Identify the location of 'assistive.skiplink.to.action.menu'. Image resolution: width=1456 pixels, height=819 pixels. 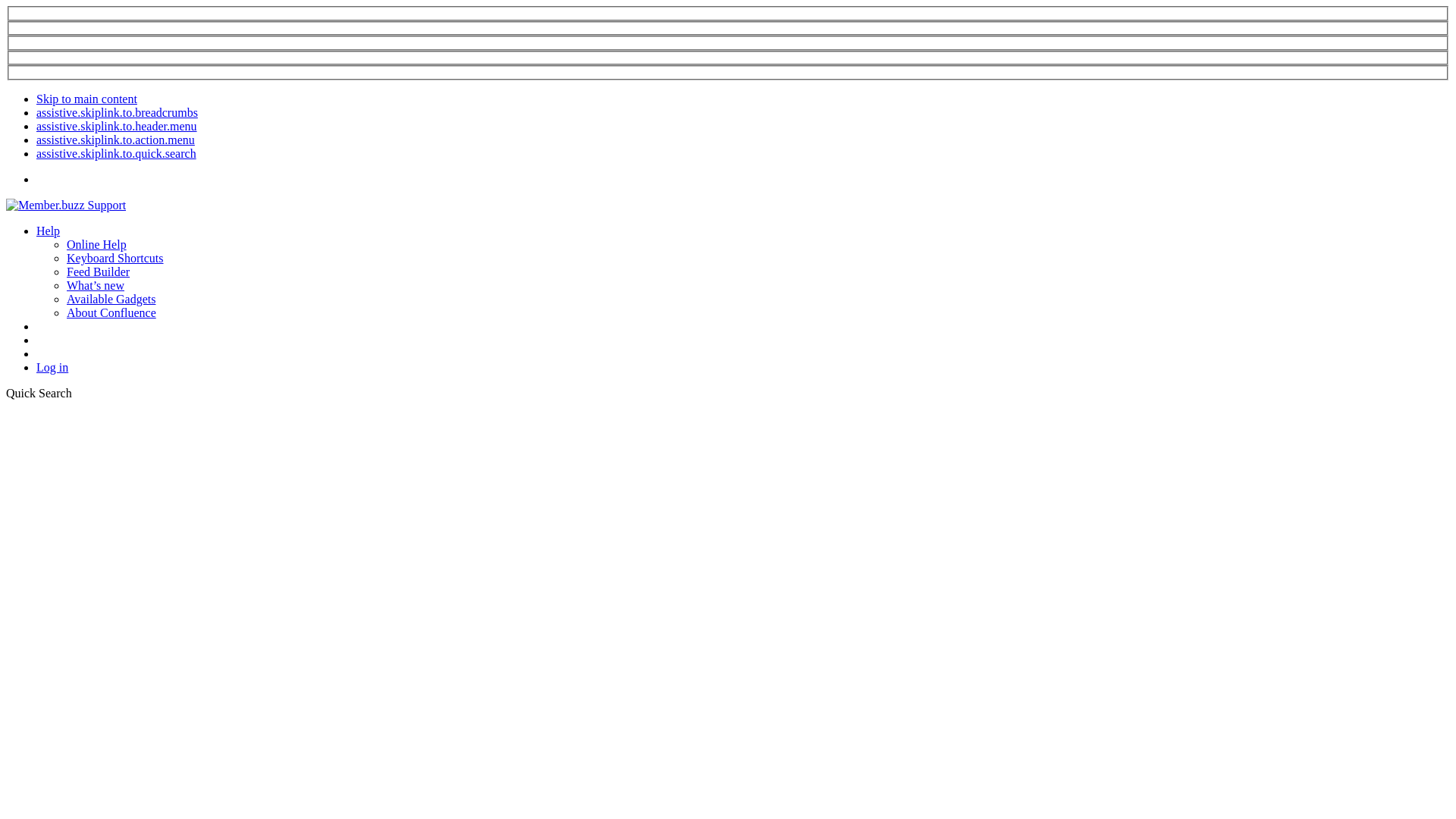
(115, 140).